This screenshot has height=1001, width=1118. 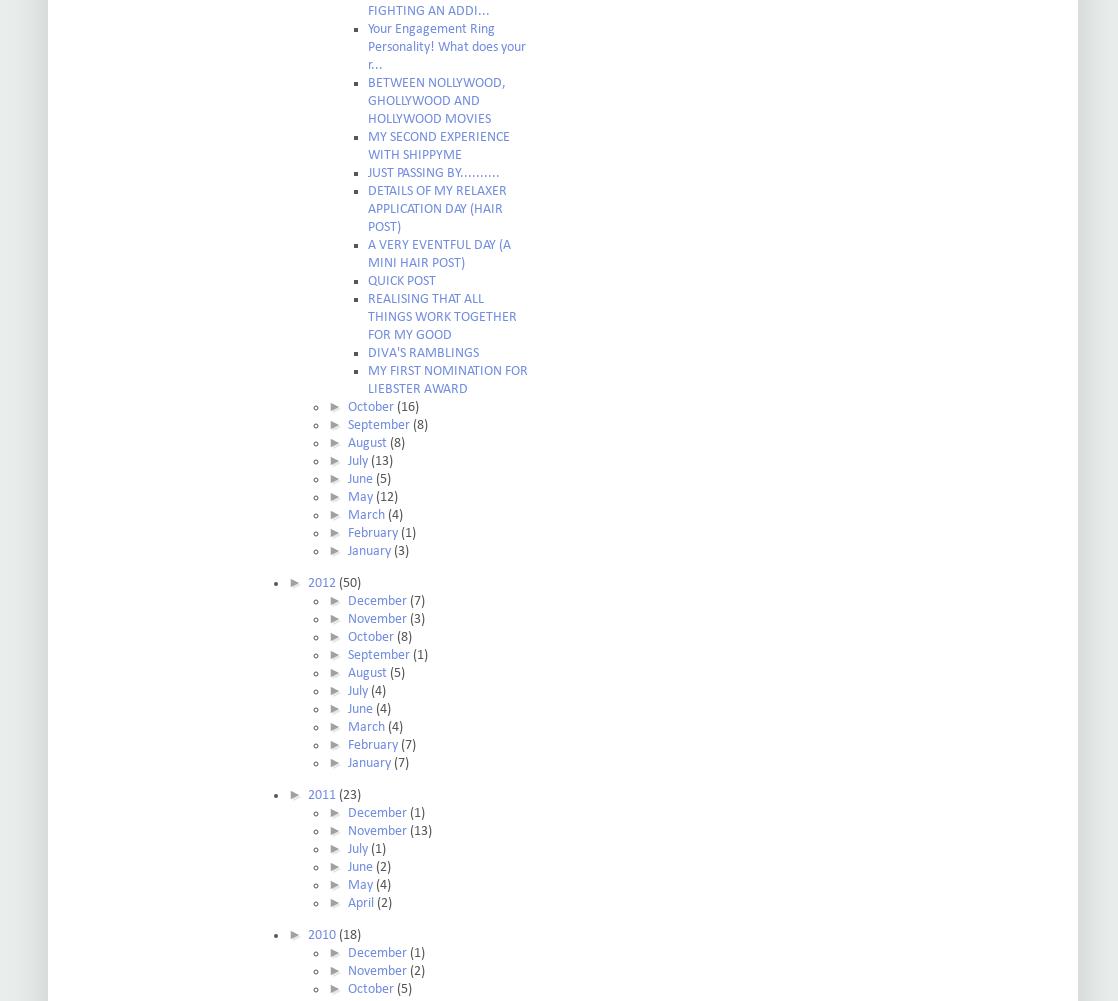 What do you see at coordinates (436, 100) in the screenshot?
I see `'BETWEEN NOLLYWOOD, GHOLLYWOOD AND HOLLYWOOD MOVIES'` at bounding box center [436, 100].